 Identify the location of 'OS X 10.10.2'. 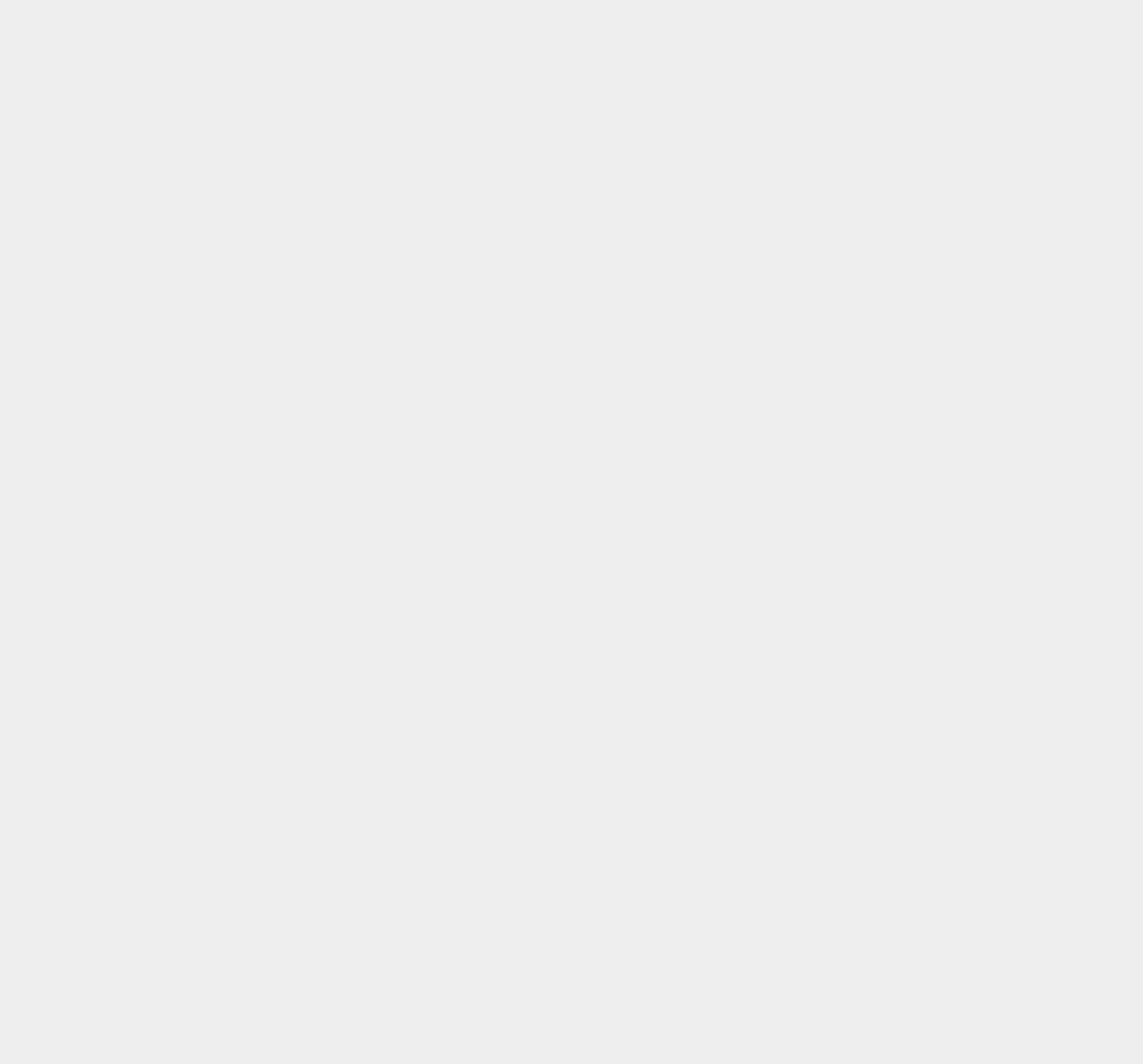
(847, 264).